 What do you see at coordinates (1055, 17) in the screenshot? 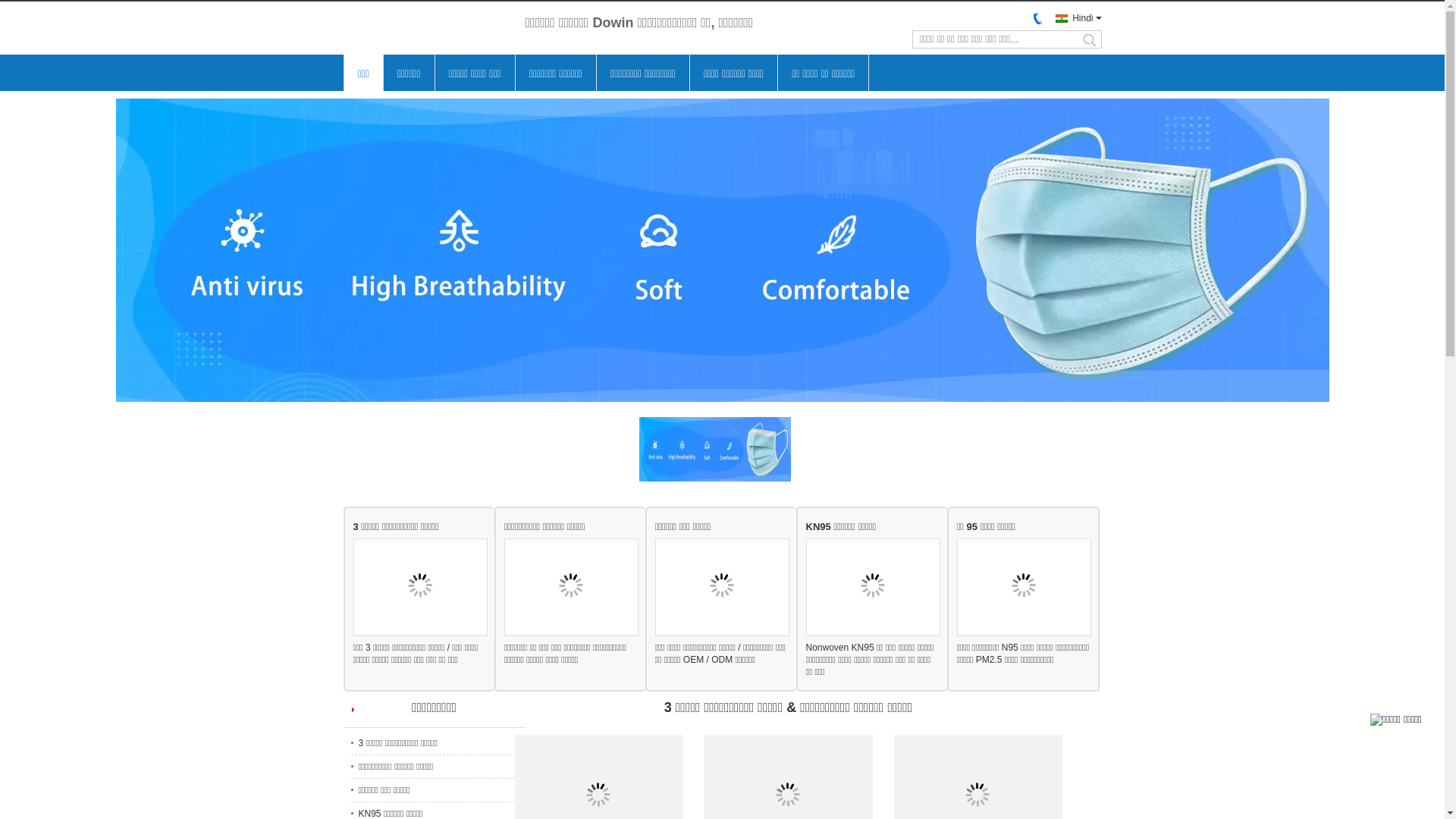
I see `'Hindi'` at bounding box center [1055, 17].